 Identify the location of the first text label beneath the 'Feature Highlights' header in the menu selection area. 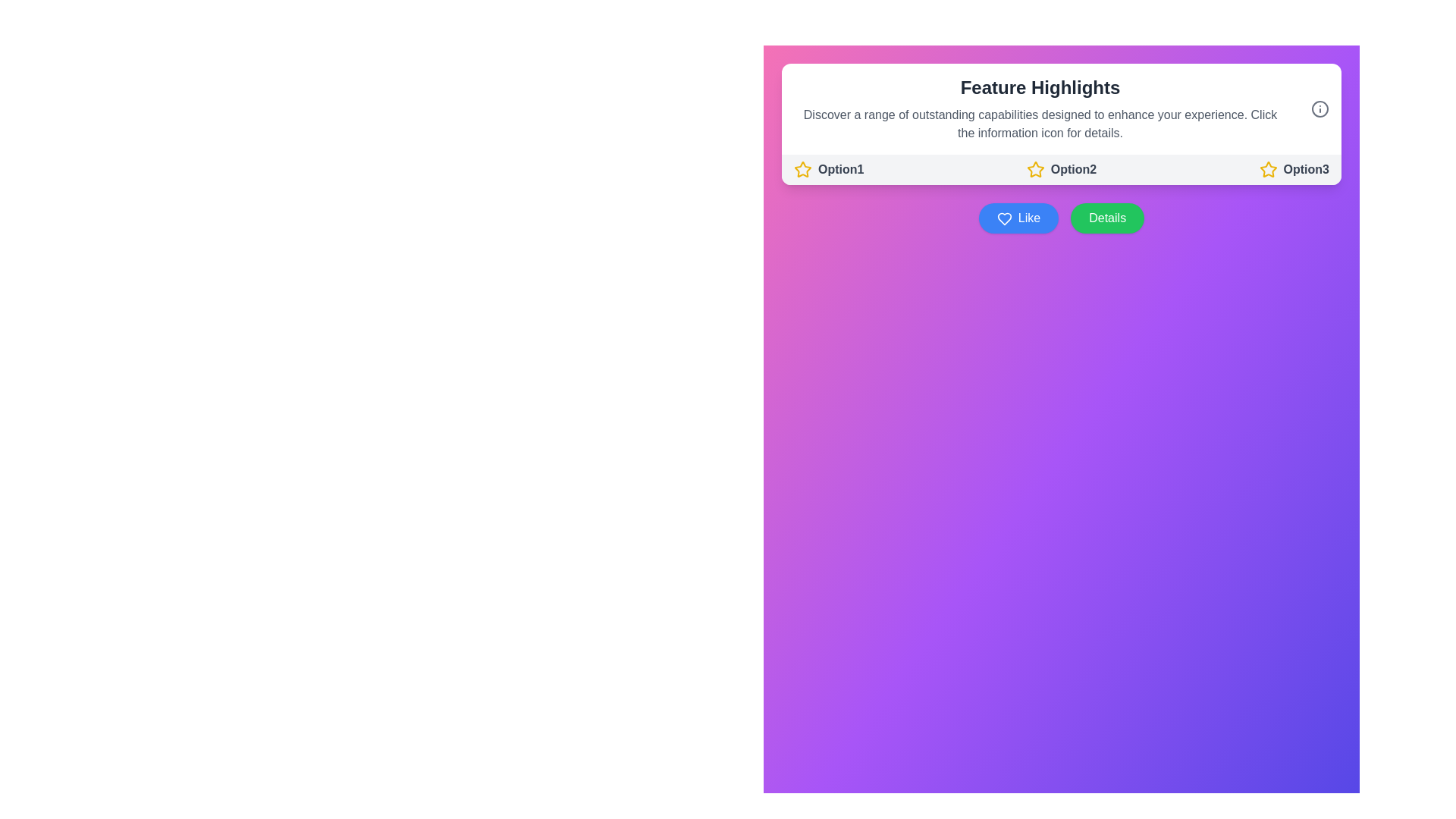
(840, 169).